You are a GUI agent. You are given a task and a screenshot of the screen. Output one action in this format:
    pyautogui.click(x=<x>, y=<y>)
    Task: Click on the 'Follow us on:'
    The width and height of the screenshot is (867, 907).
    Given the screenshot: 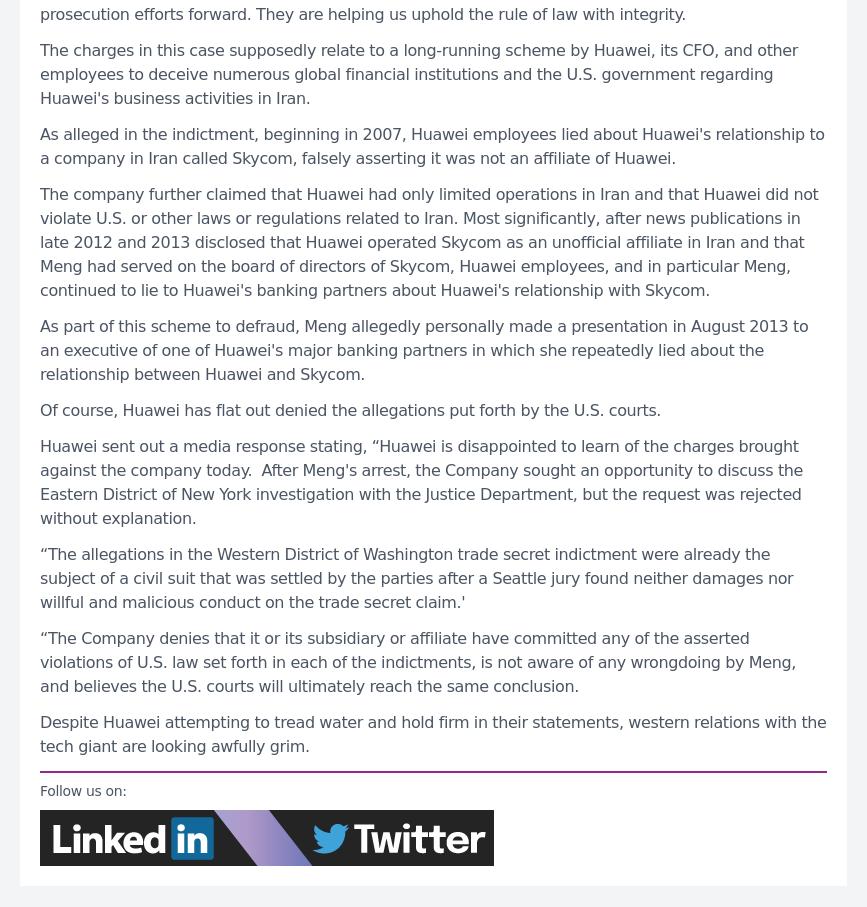 What is the action you would take?
    pyautogui.click(x=82, y=789)
    